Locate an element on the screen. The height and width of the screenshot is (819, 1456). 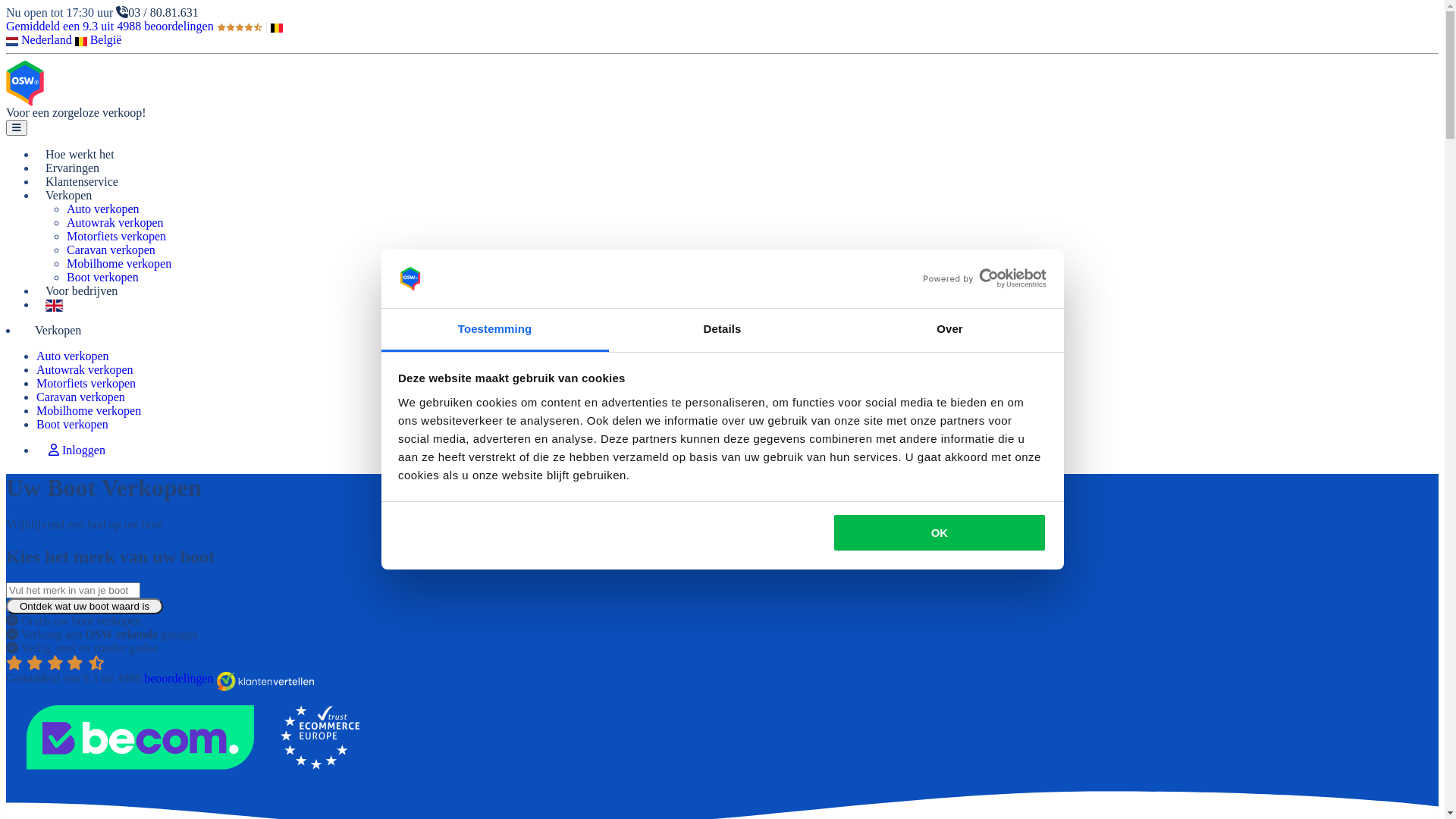
'Ervaringen' is located at coordinates (71, 168).